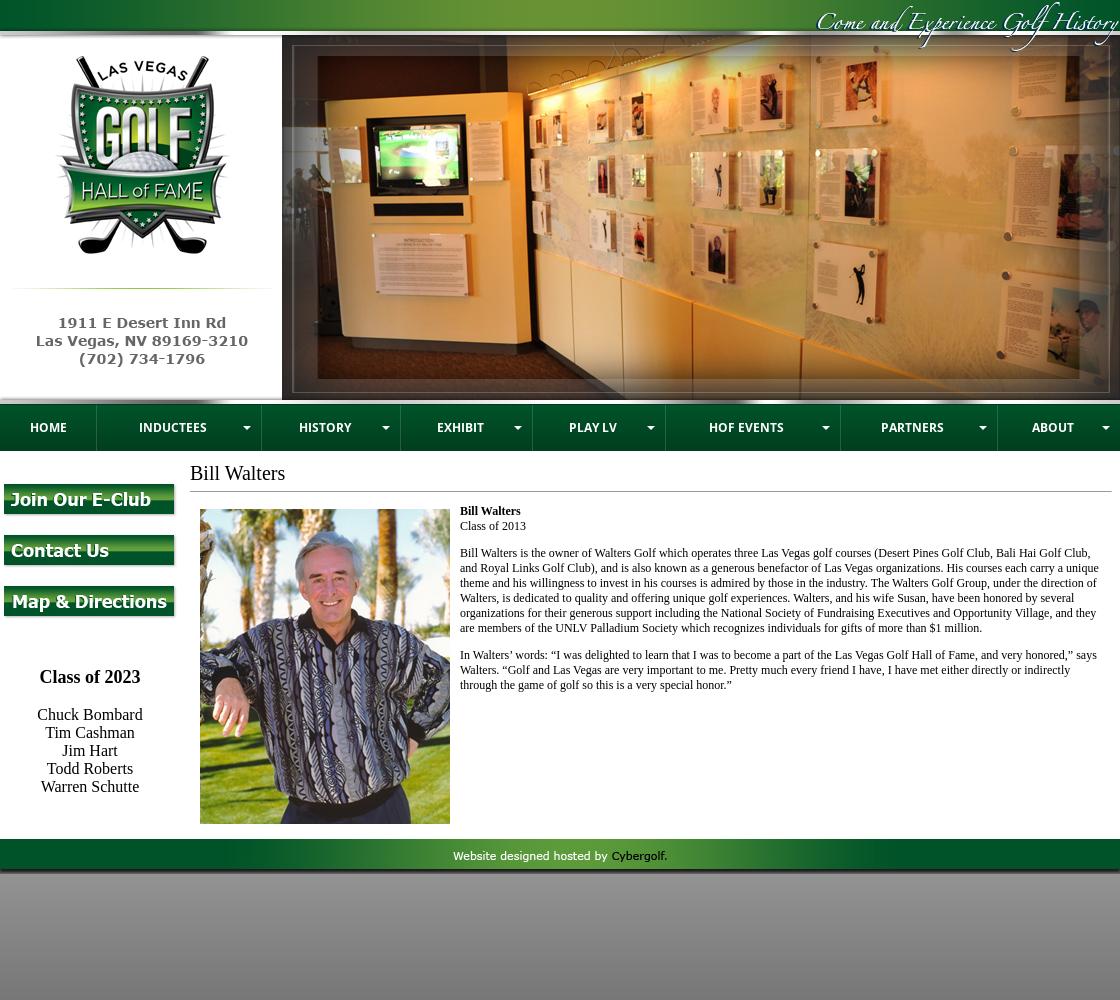  Describe the element at coordinates (89, 748) in the screenshot. I see `'Jim Hart'` at that location.